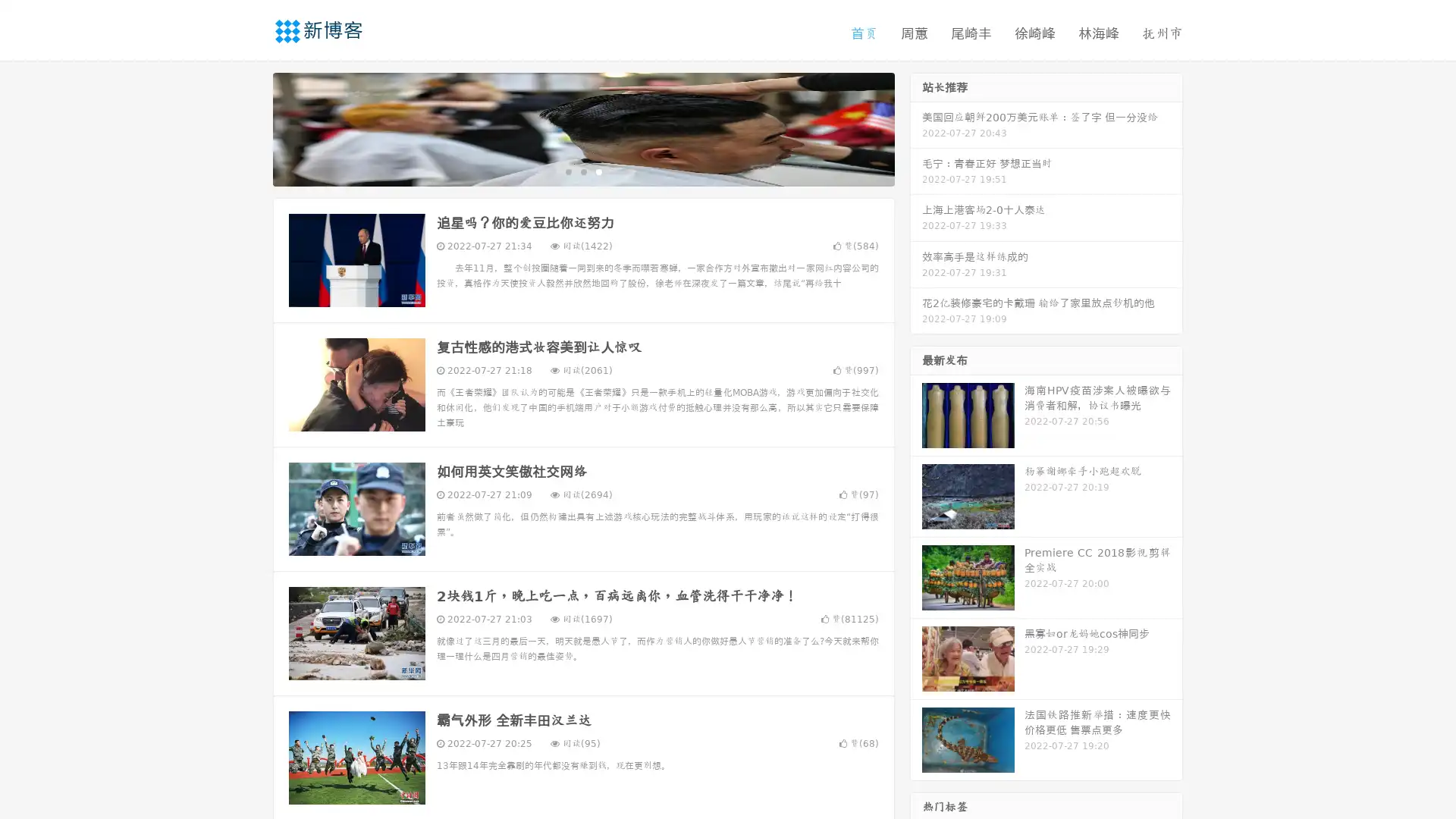 This screenshot has height=819, width=1456. I want to click on Go to slide 3, so click(598, 171).